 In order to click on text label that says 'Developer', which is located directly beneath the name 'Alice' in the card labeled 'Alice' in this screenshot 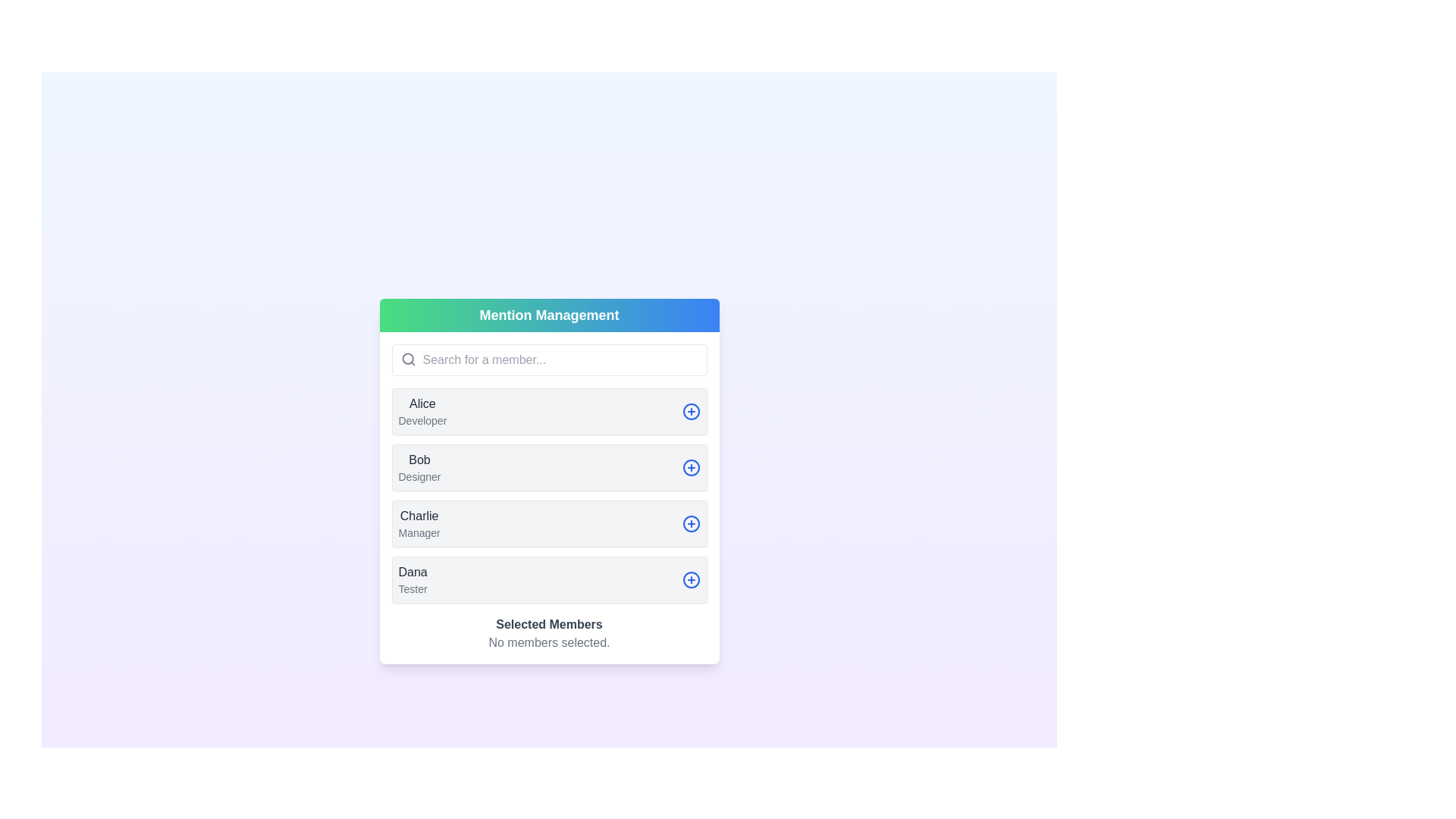, I will do `click(422, 421)`.